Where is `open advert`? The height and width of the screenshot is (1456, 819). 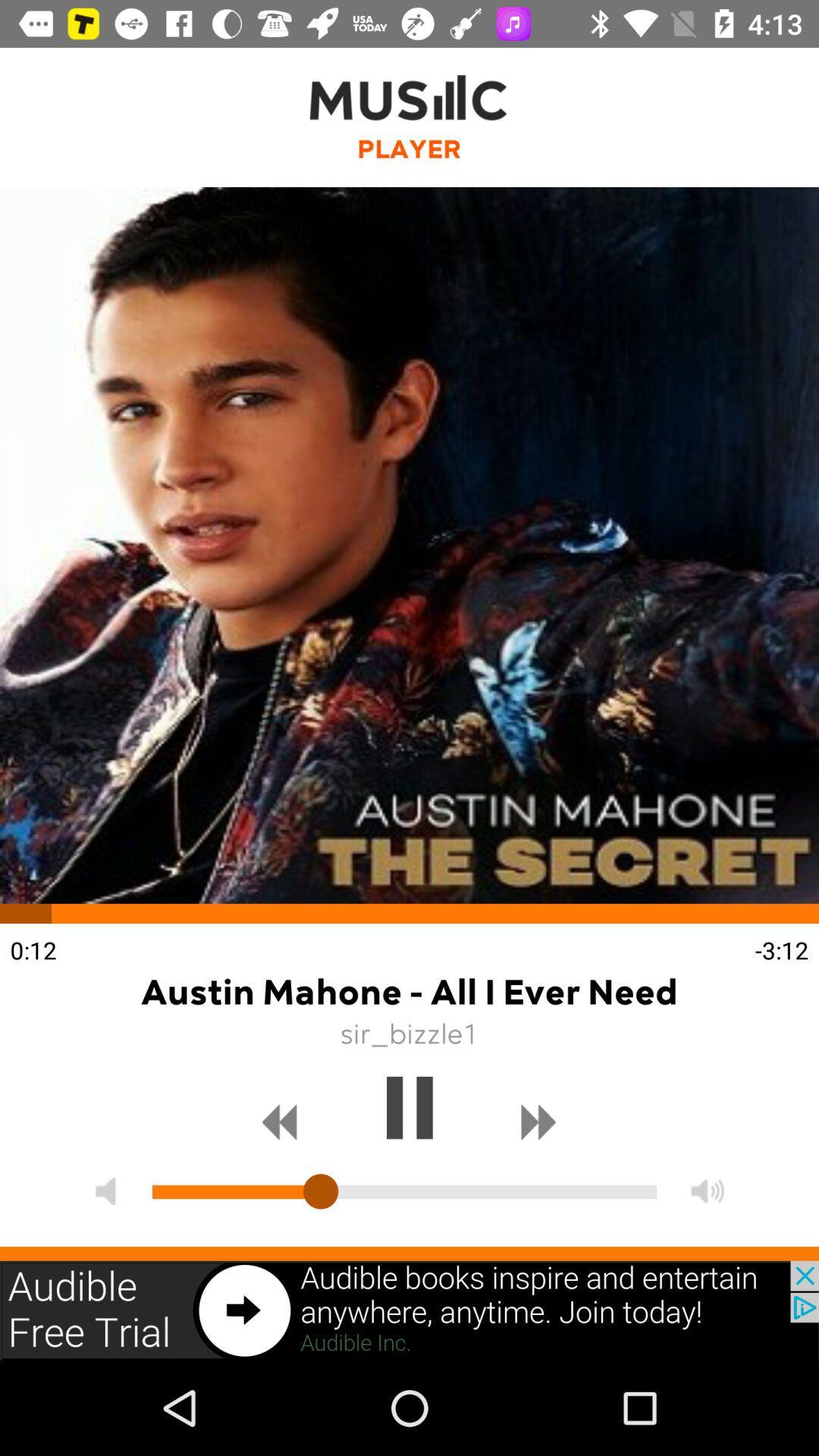
open advert is located at coordinates (409, 1310).